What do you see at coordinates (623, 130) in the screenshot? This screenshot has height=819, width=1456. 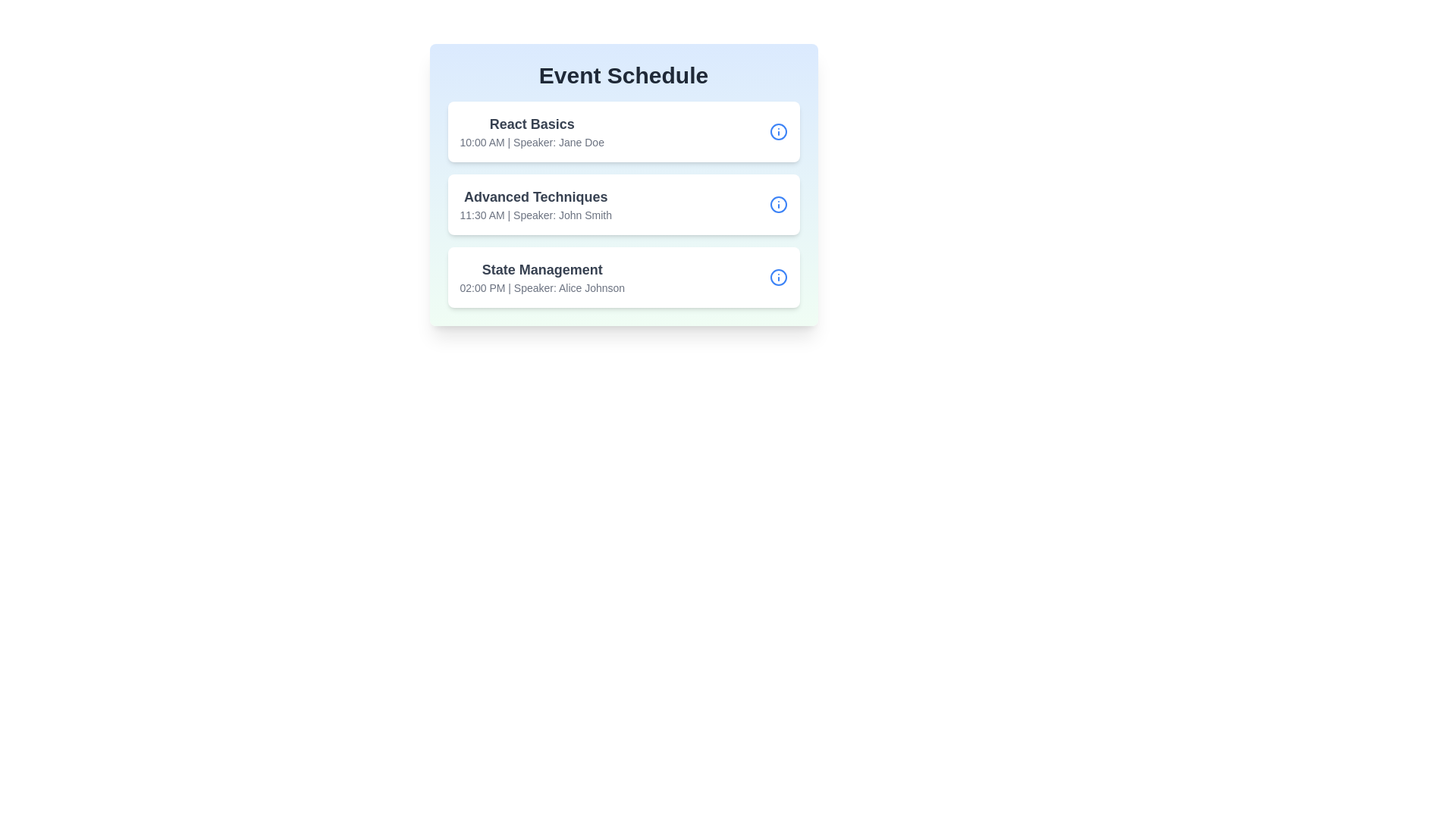 I see `the session item corresponding to React Basics` at bounding box center [623, 130].